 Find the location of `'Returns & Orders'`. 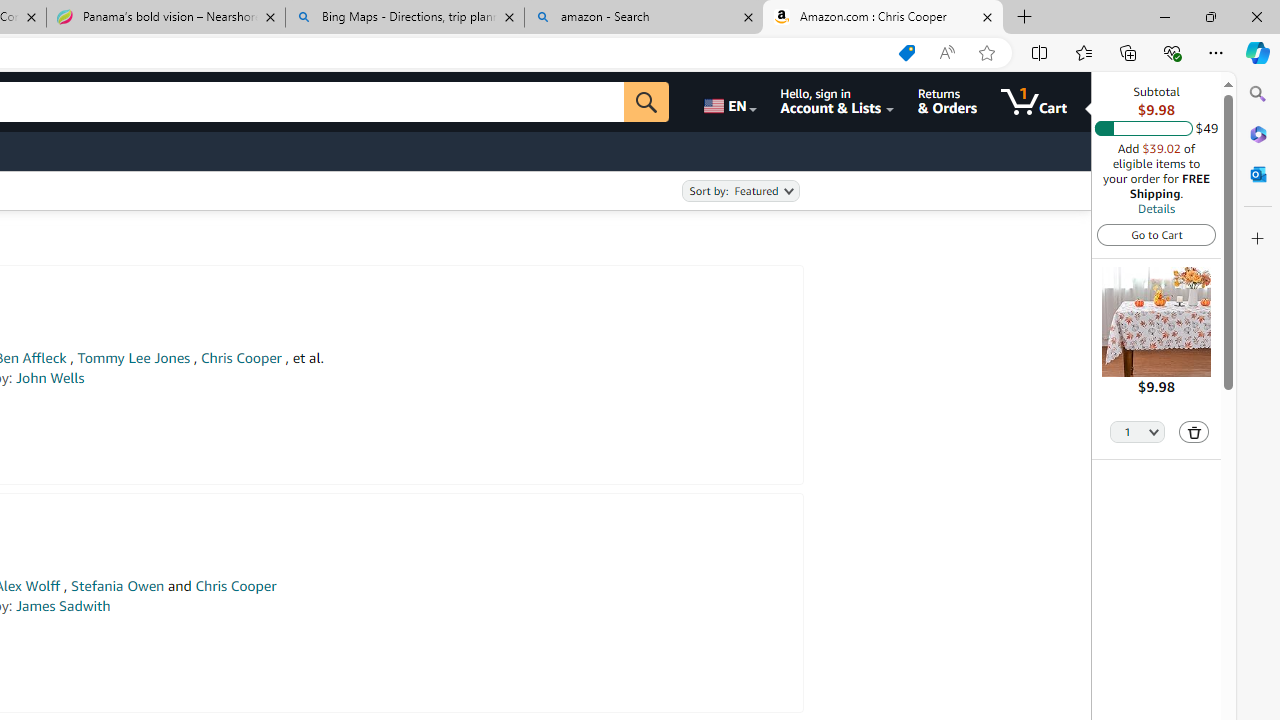

'Returns & Orders' is located at coordinates (946, 101).